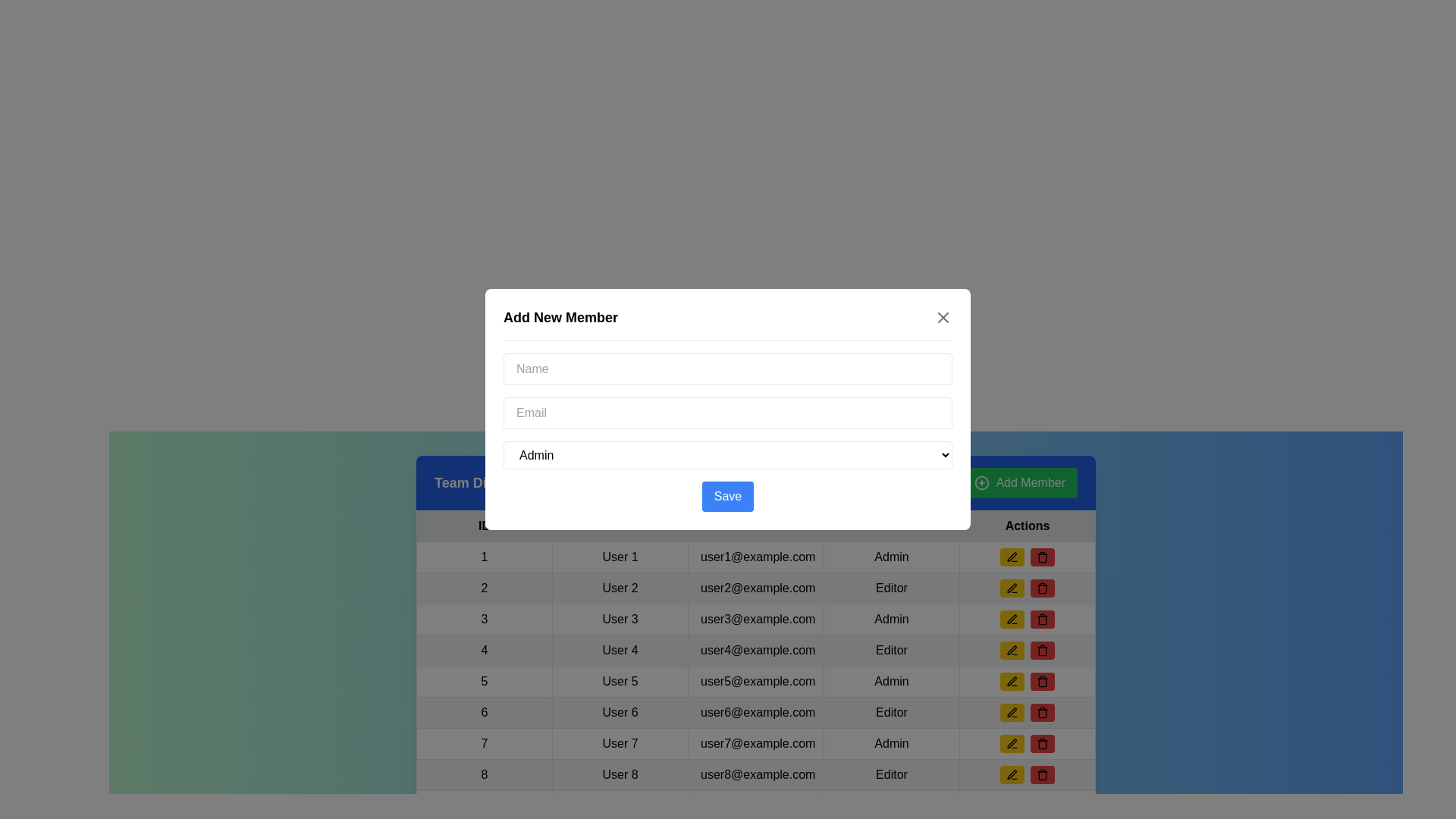 Image resolution: width=1456 pixels, height=819 pixels. Describe the element at coordinates (756, 620) in the screenshot. I see `the static text field displaying the email address 'user3@example.com', which is the third element in the row labeled '3 User 3 user3@example.com Admin'` at that location.